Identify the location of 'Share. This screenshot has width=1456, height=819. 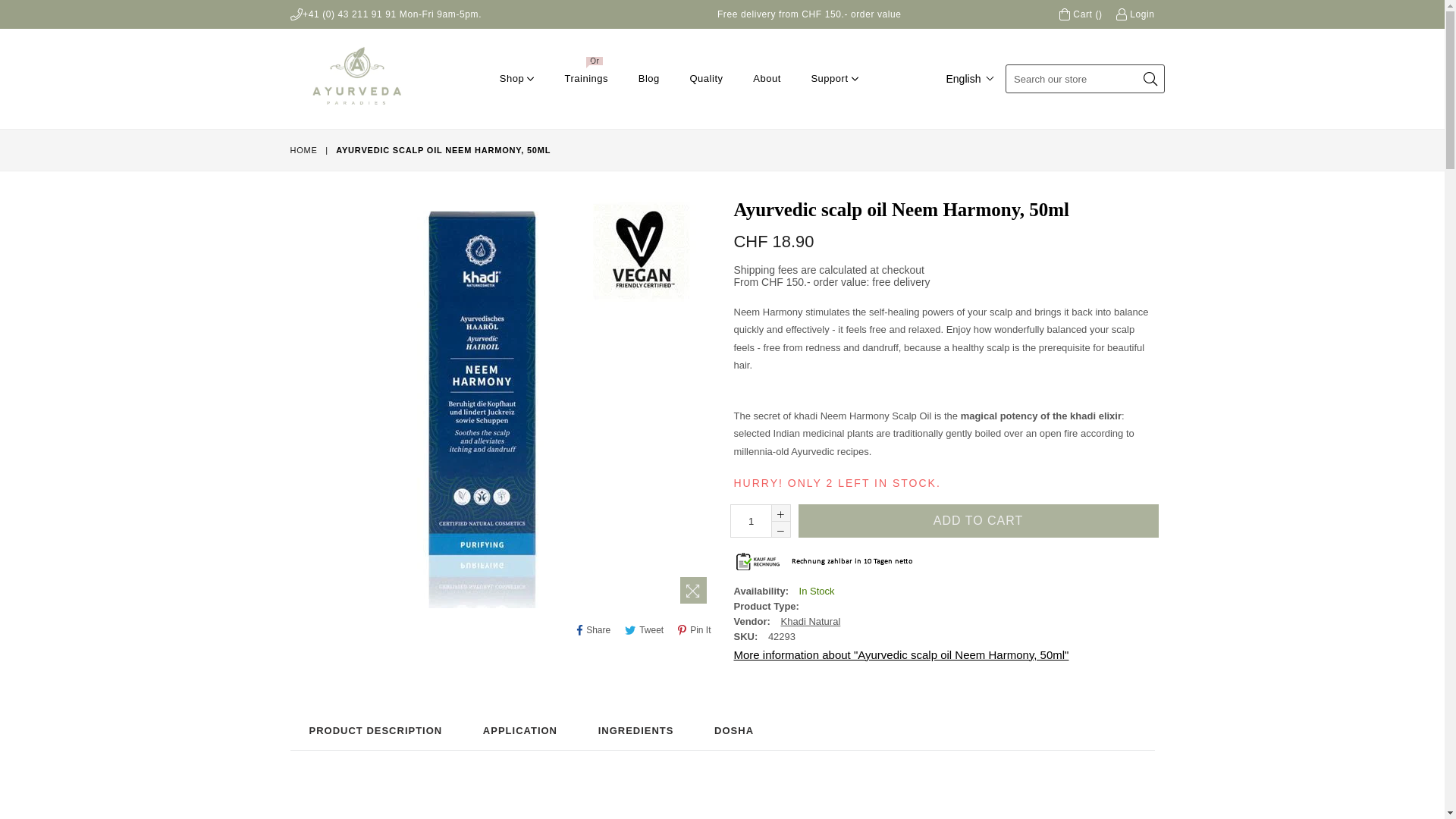
(592, 630).